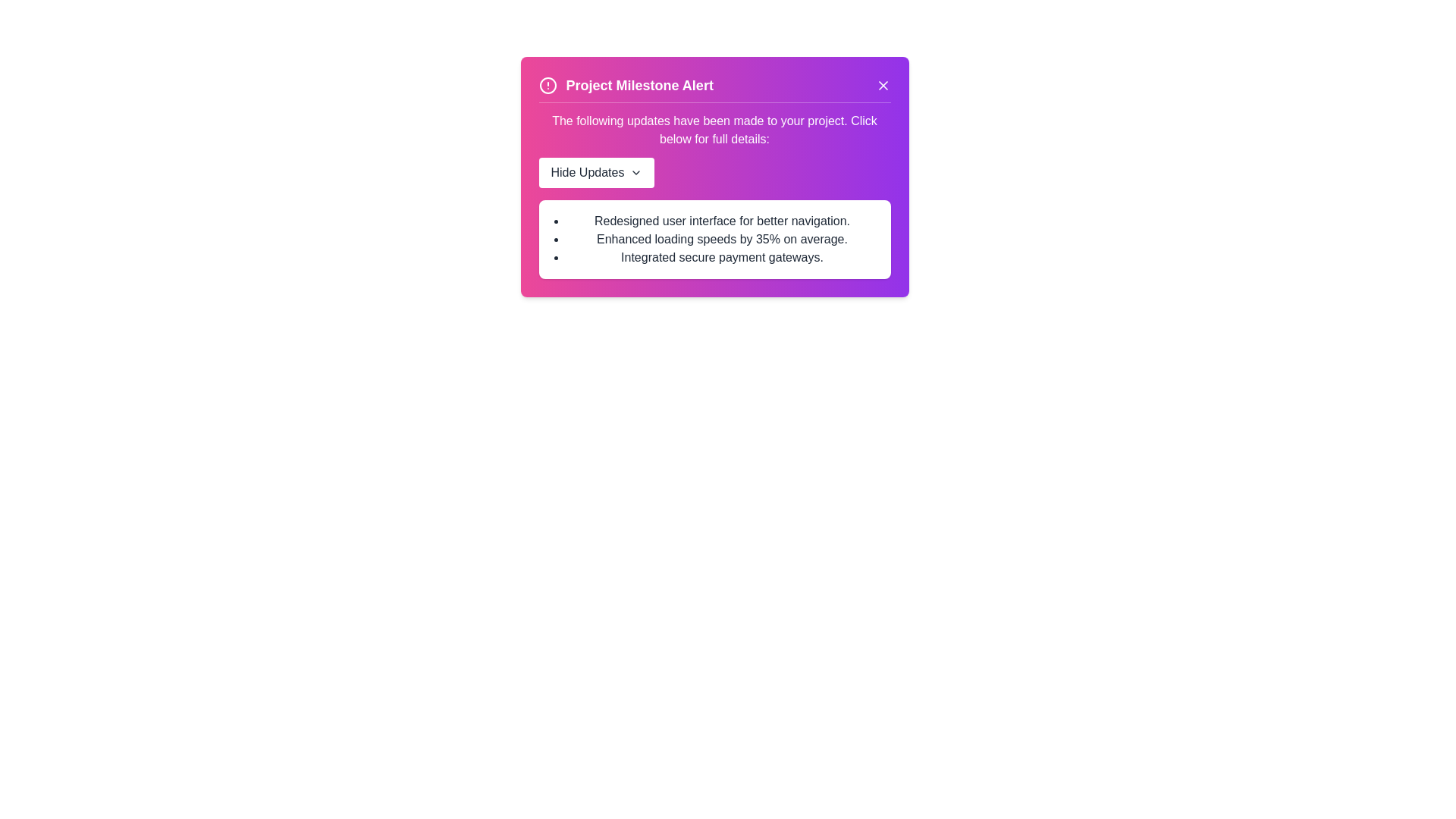 The height and width of the screenshot is (819, 1456). What do you see at coordinates (596, 171) in the screenshot?
I see `the 'Hide Updates' button to toggle the visibility of detailed updates` at bounding box center [596, 171].